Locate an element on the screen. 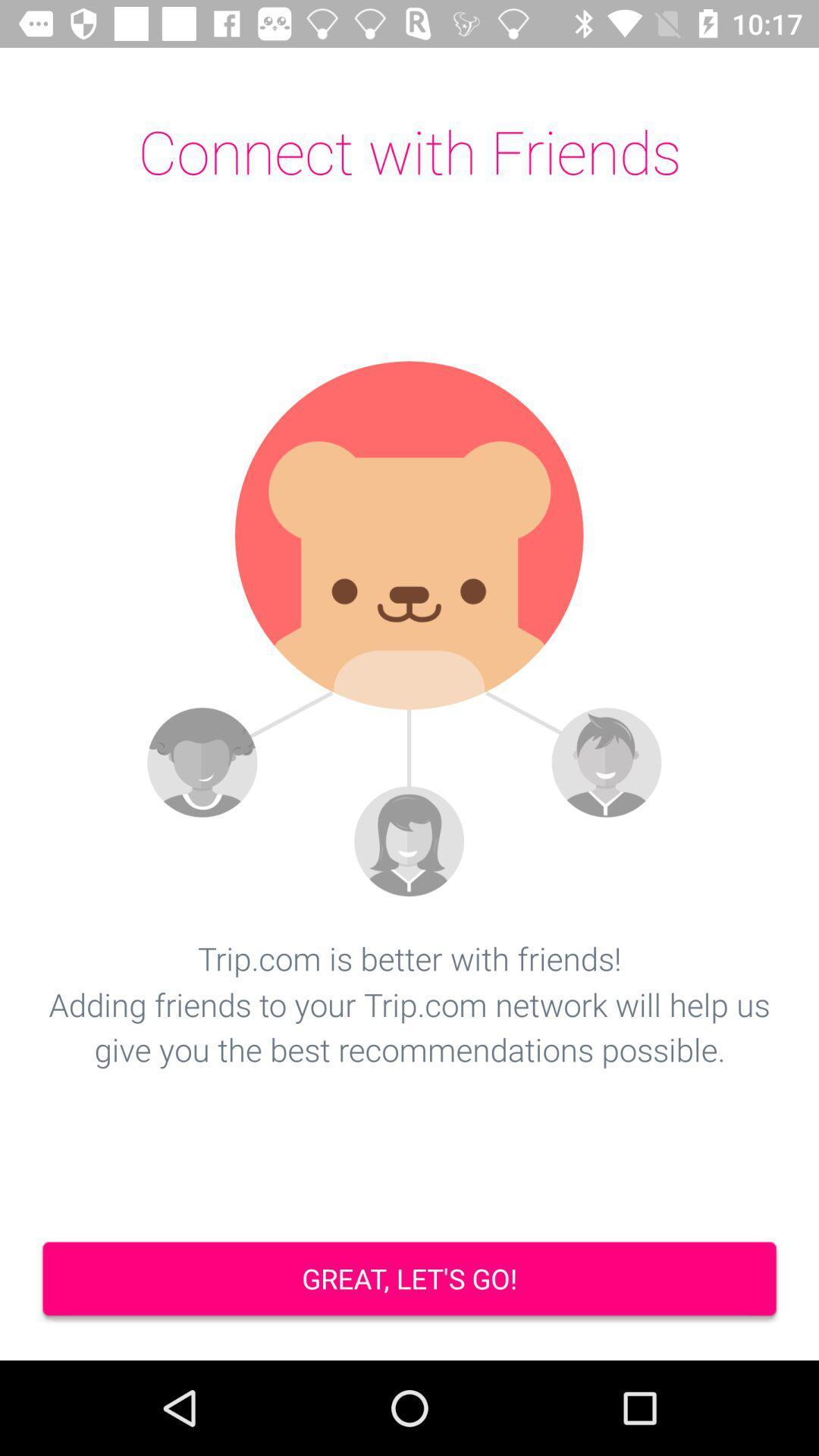 This screenshot has height=1456, width=819. icon below trip com is item is located at coordinates (409, 1280).